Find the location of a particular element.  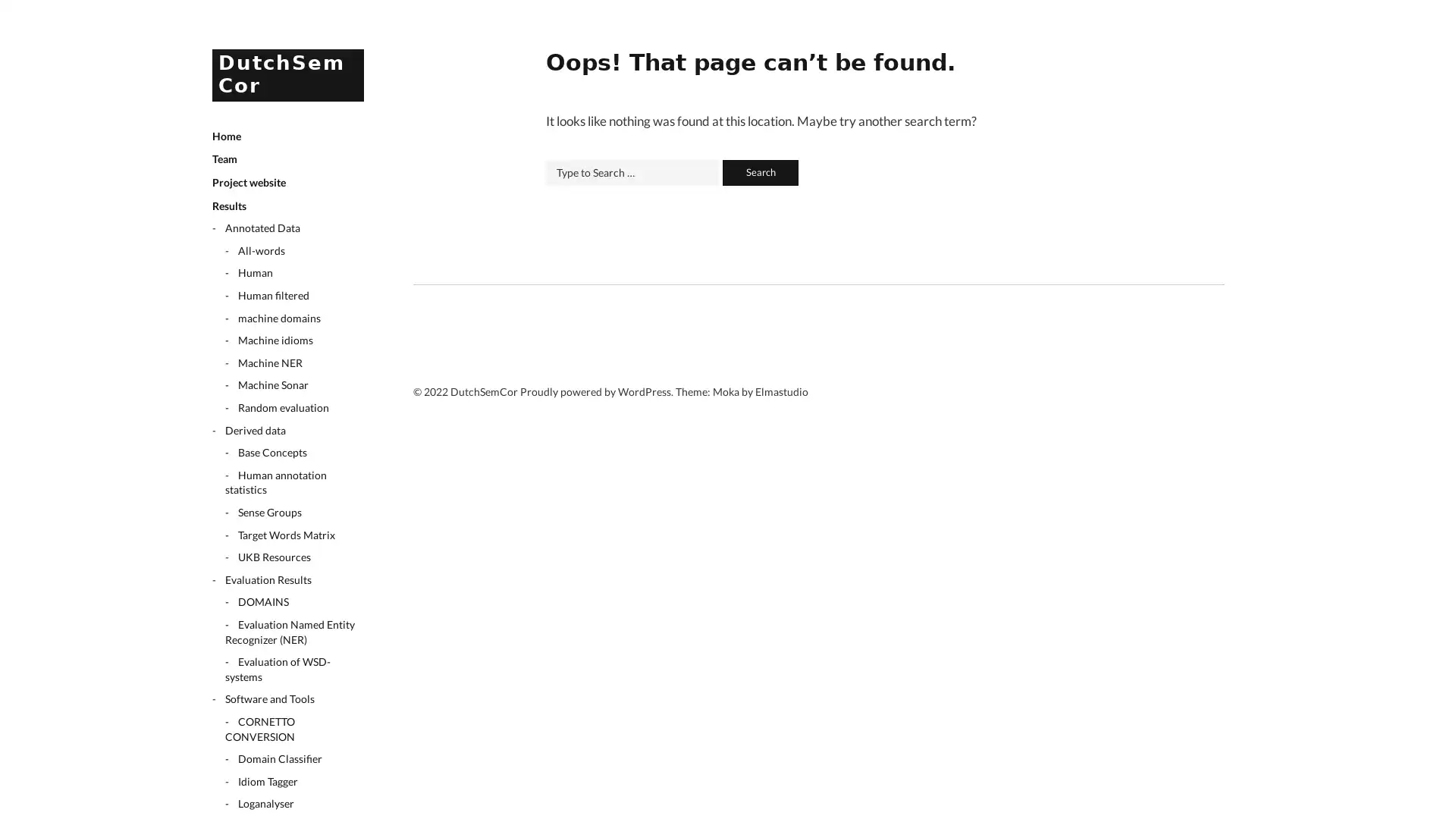

Search is located at coordinates (760, 171).